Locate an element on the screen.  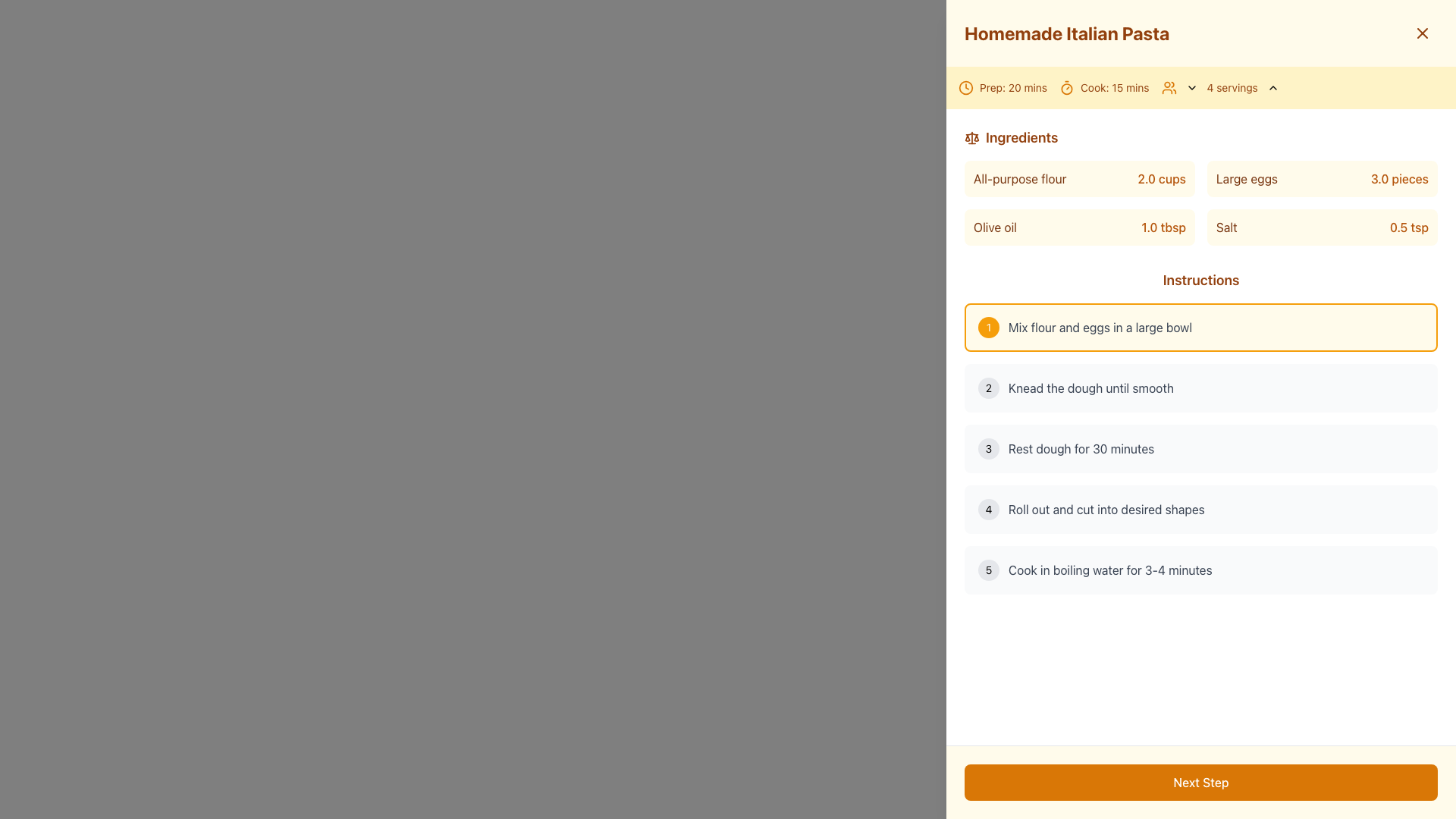
the static text displaying '0.5 tsp', which is styled in medium-weight amber color and located next to the label 'Salt' in the ingredients section is located at coordinates (1408, 227).